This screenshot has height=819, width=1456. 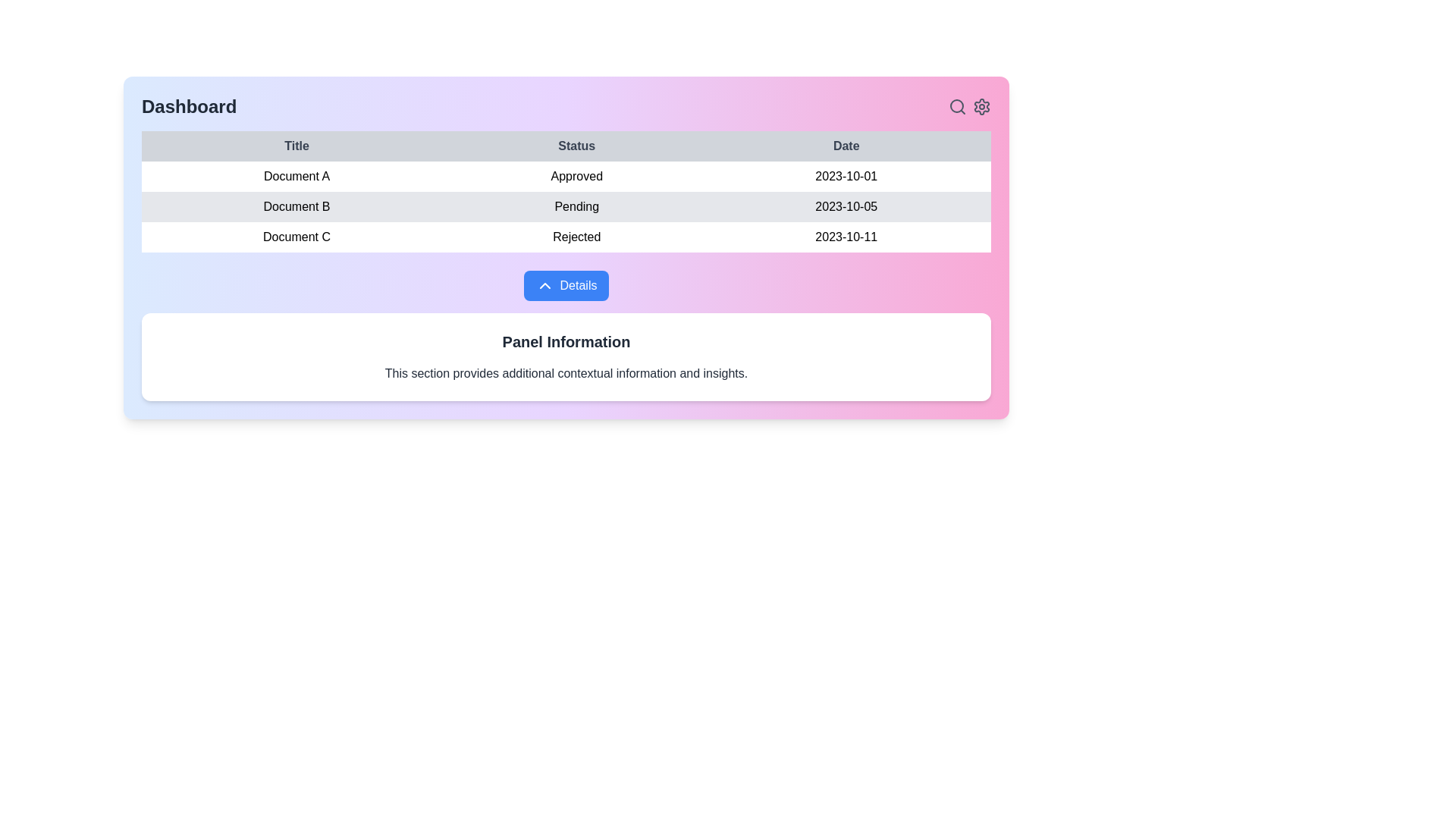 I want to click on the gear icon located at the top-right corner of the UI component, so click(x=968, y=106).